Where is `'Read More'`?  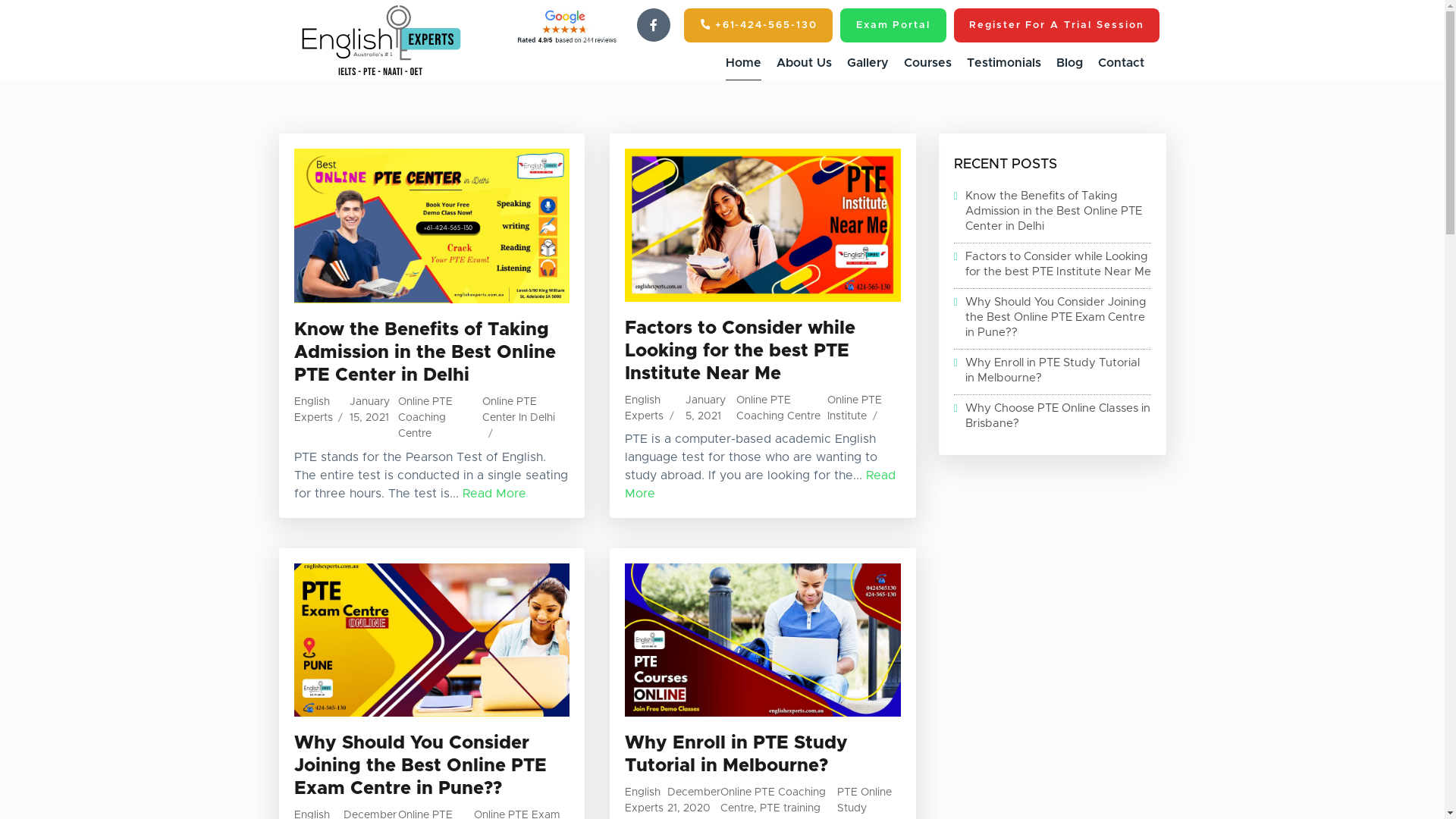
'Read More' is located at coordinates (760, 485).